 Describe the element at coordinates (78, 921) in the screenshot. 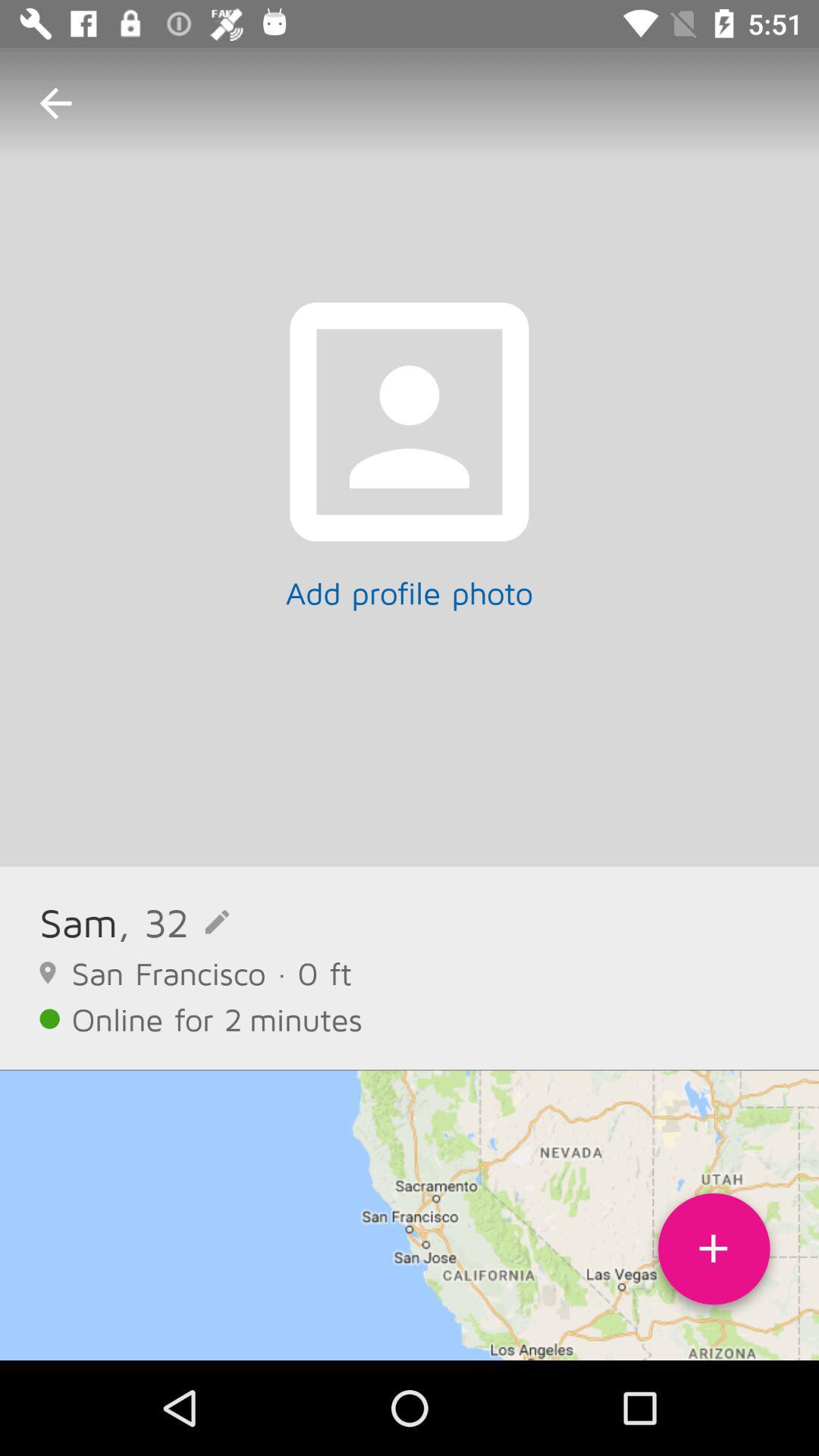

I see `the sam` at that location.